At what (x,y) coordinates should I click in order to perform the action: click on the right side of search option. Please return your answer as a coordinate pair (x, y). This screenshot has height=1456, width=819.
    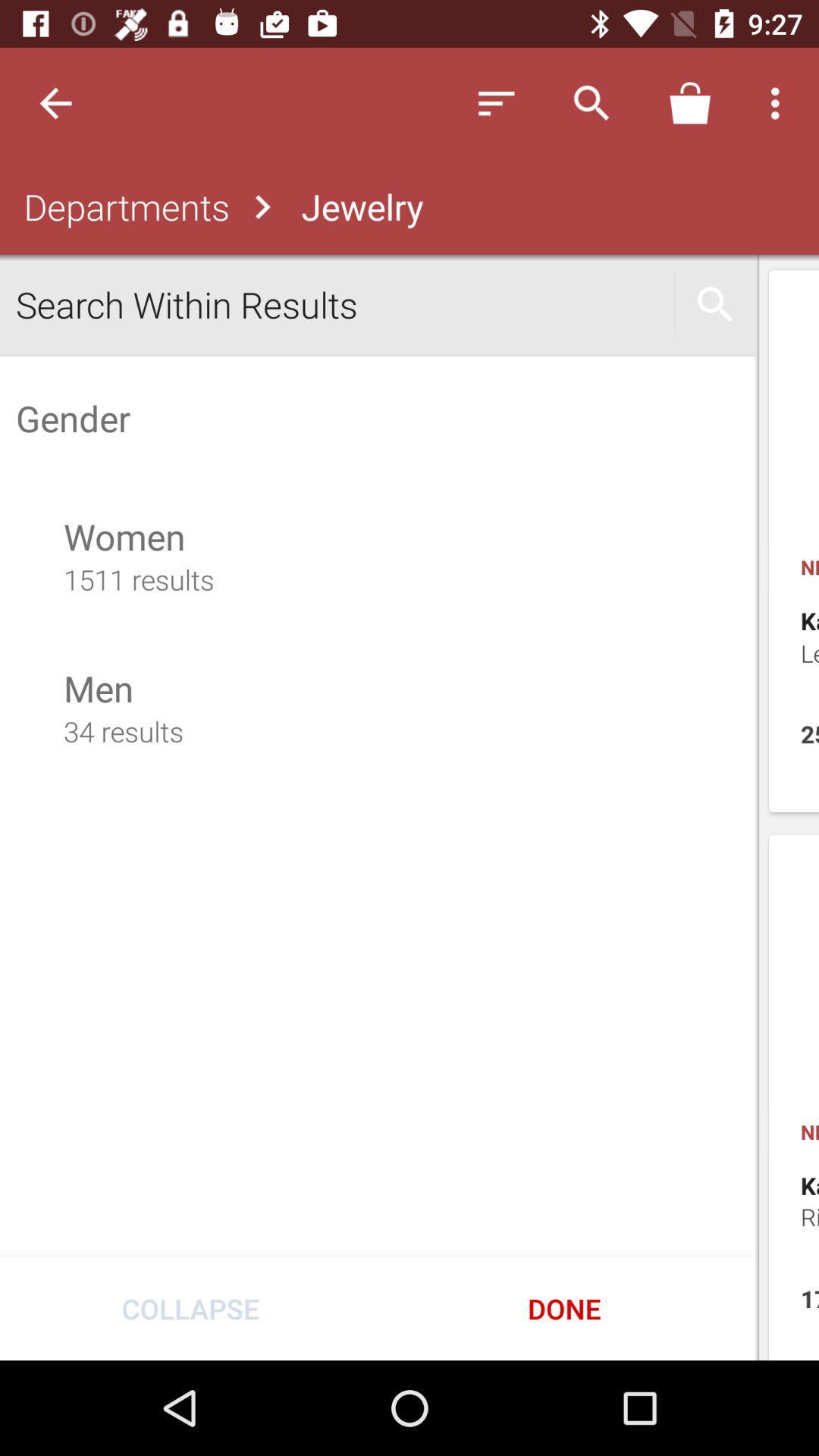
    Looking at the image, I should click on (715, 303).